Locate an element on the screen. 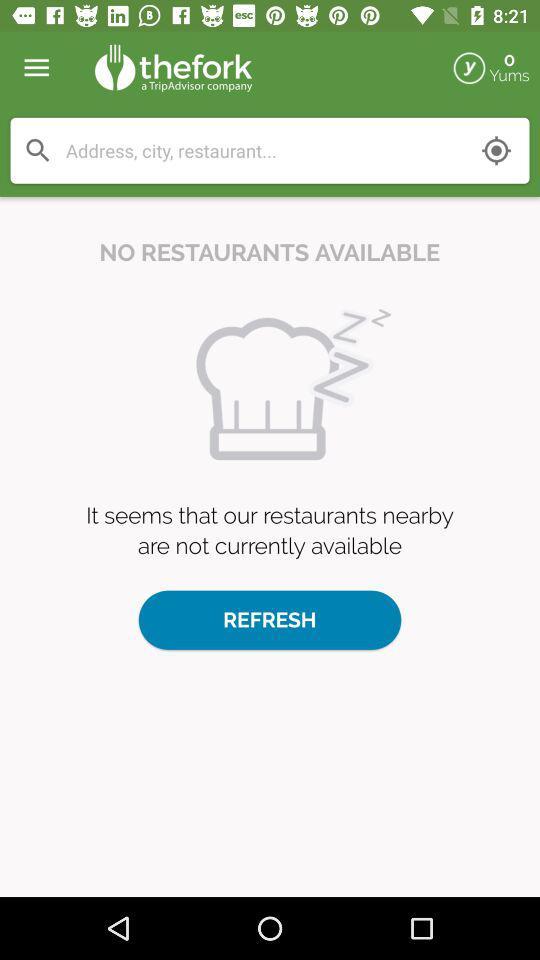  the refresh button is located at coordinates (270, 619).